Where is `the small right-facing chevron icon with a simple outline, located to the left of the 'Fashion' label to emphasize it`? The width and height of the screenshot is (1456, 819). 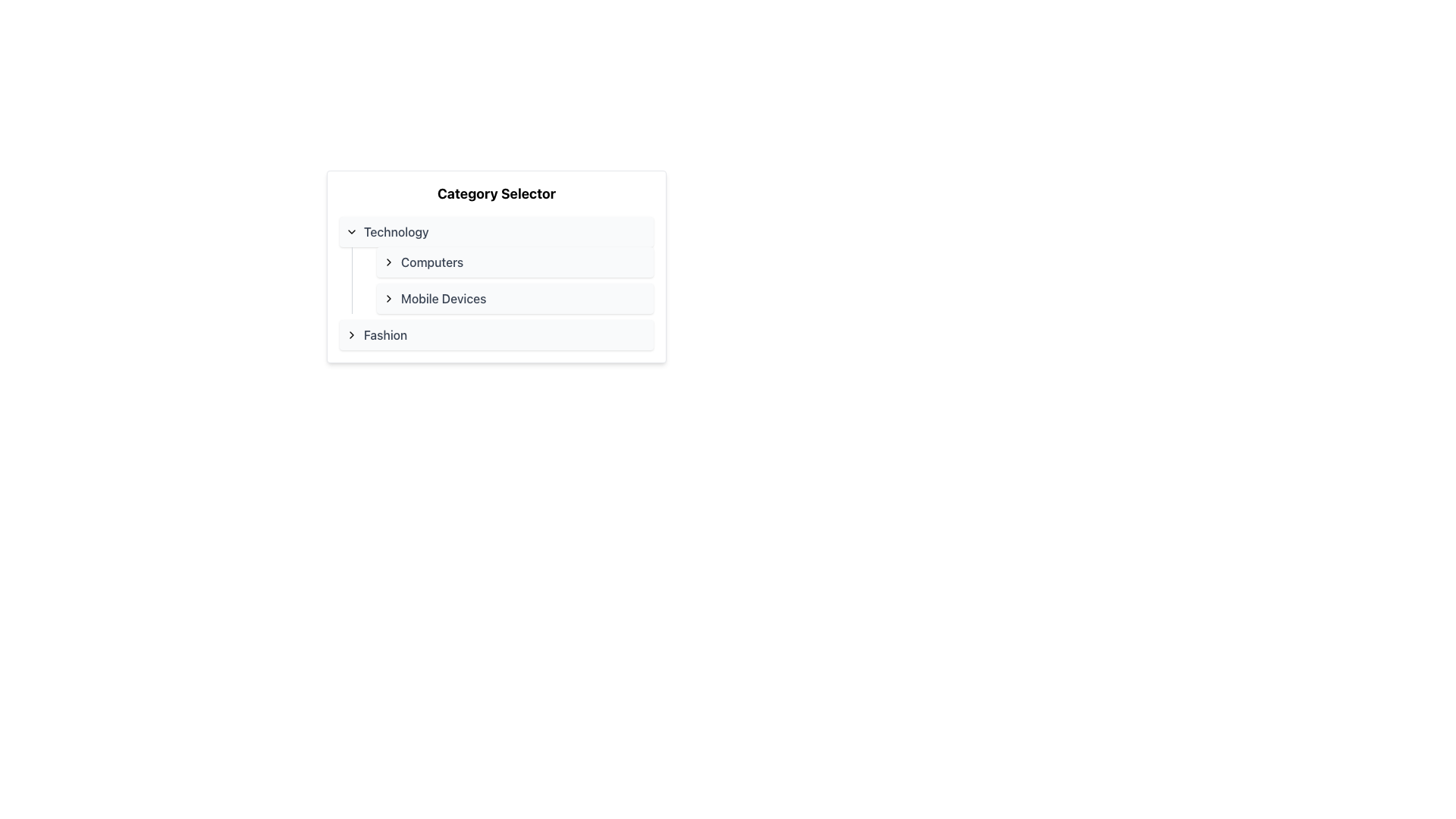 the small right-facing chevron icon with a simple outline, located to the left of the 'Fashion' label to emphasize it is located at coordinates (351, 334).